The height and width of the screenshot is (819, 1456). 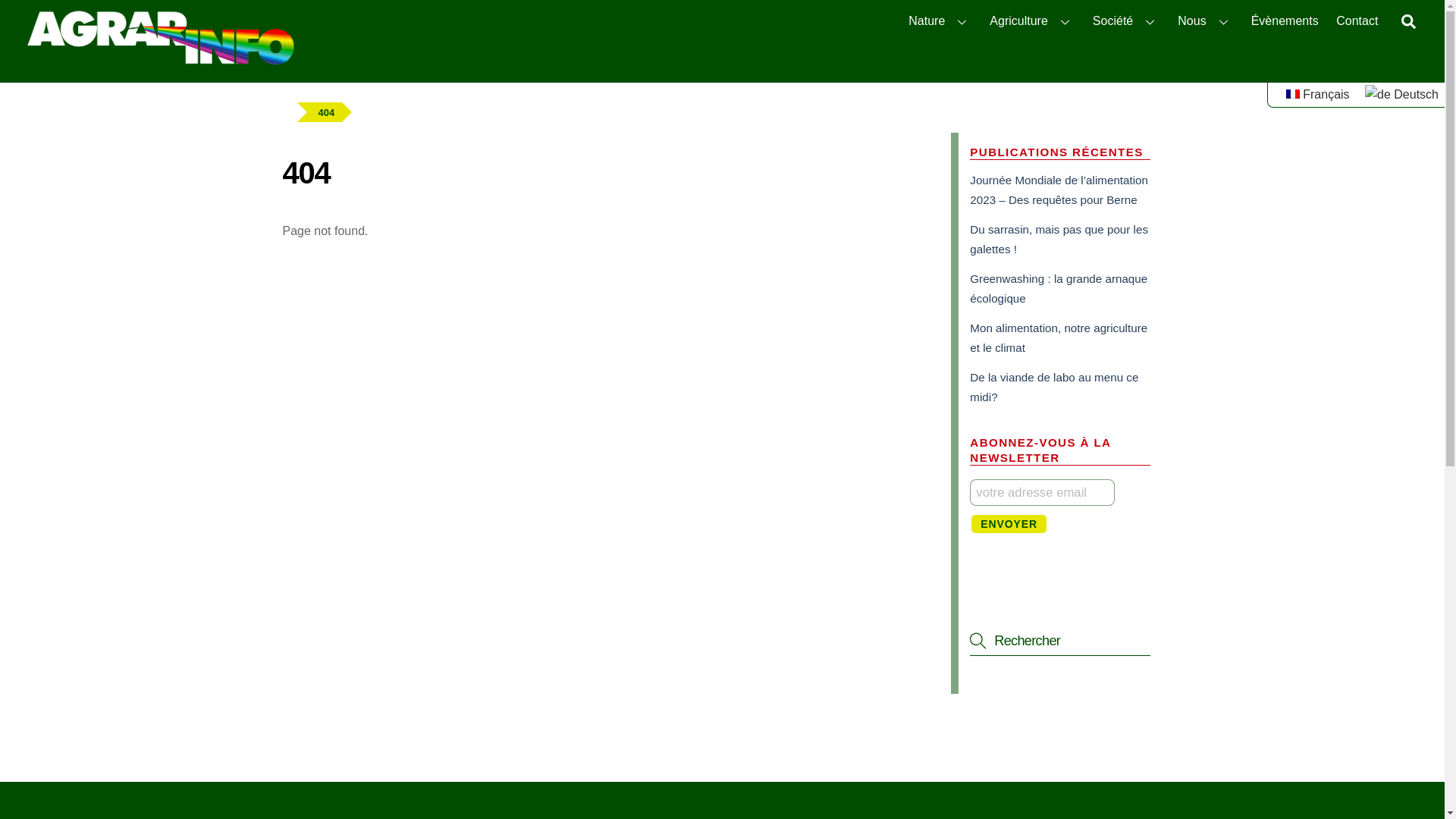 I want to click on 'agrarinfo_logo_RGBneg', so click(x=160, y=37).